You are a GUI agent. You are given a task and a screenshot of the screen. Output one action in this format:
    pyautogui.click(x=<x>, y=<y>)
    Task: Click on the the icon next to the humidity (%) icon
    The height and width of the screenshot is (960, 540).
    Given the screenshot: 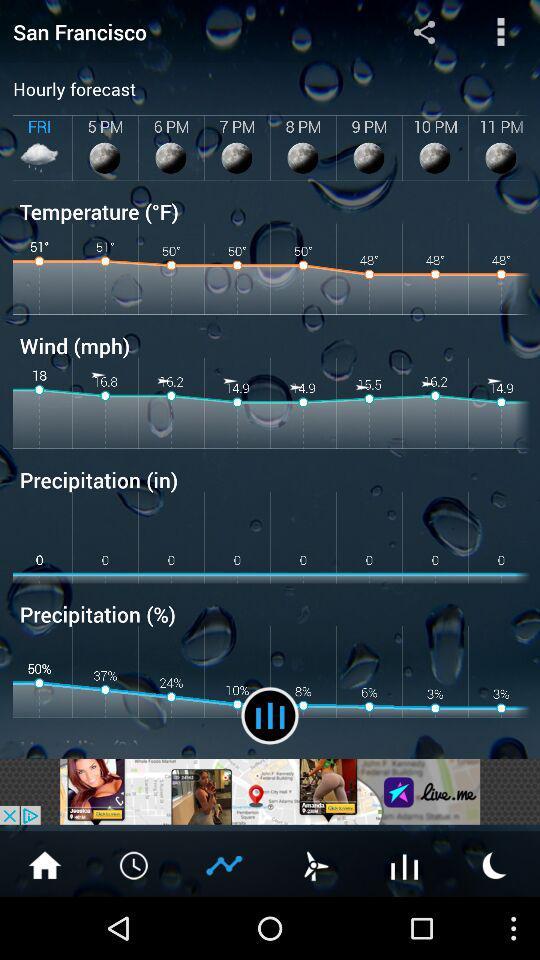 What is the action you would take?
    pyautogui.click(x=270, y=715)
    